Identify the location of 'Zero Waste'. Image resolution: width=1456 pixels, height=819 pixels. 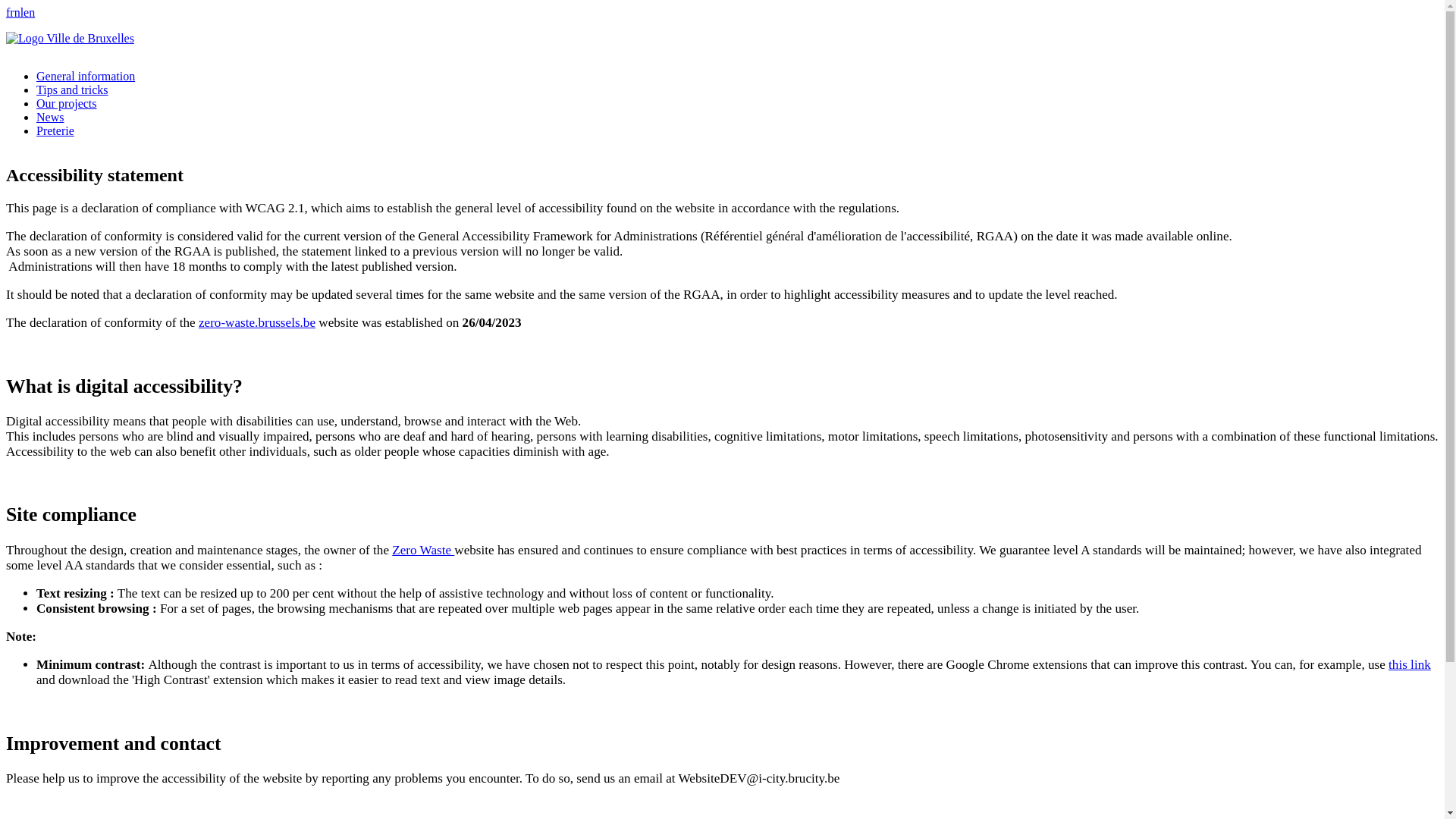
(422, 550).